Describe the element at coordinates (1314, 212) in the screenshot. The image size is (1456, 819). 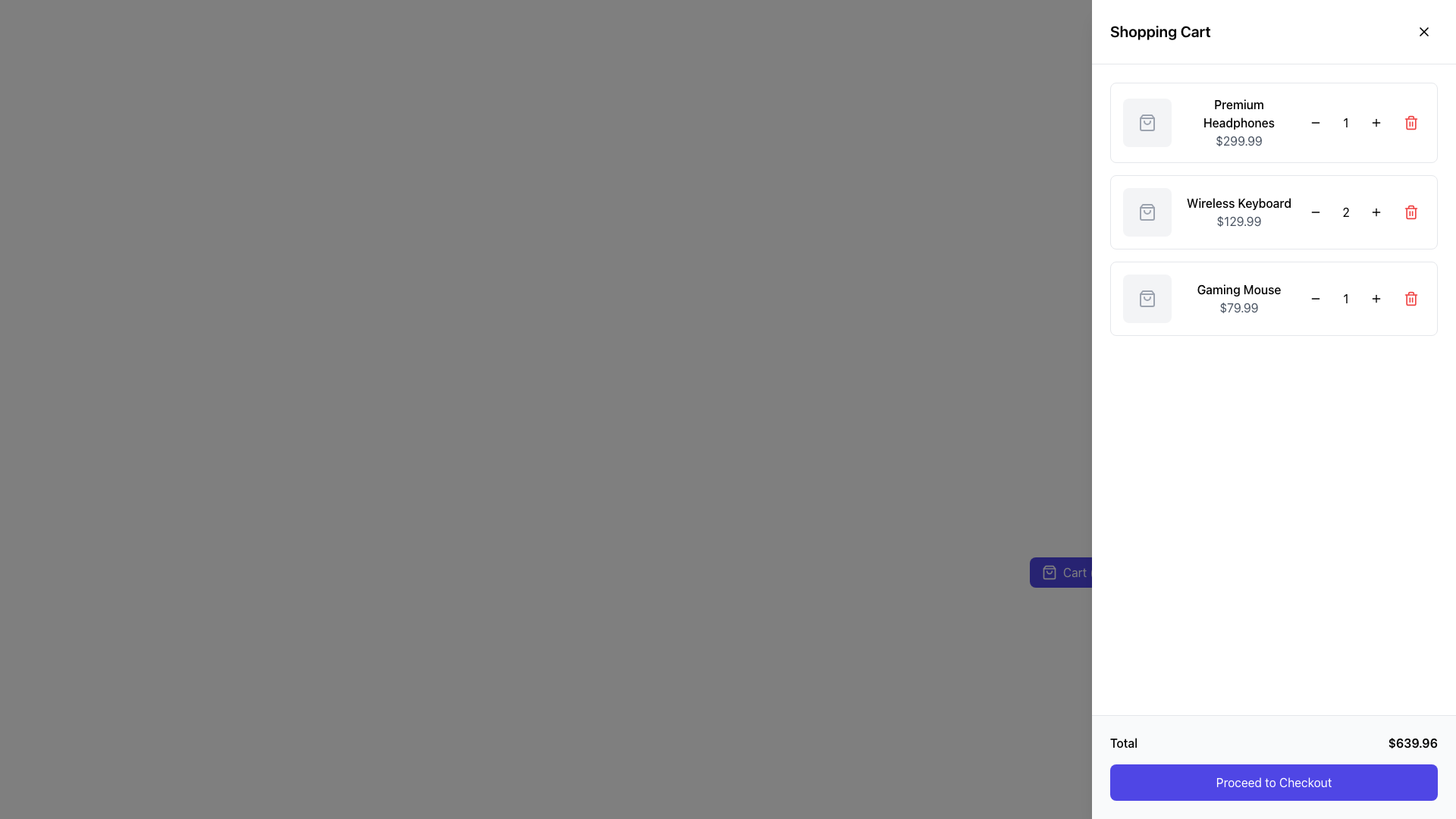
I see `the decrement button (minus icon) for the 'Wireless Keyboard' item in the shopping cart to decrease the quantity` at that location.